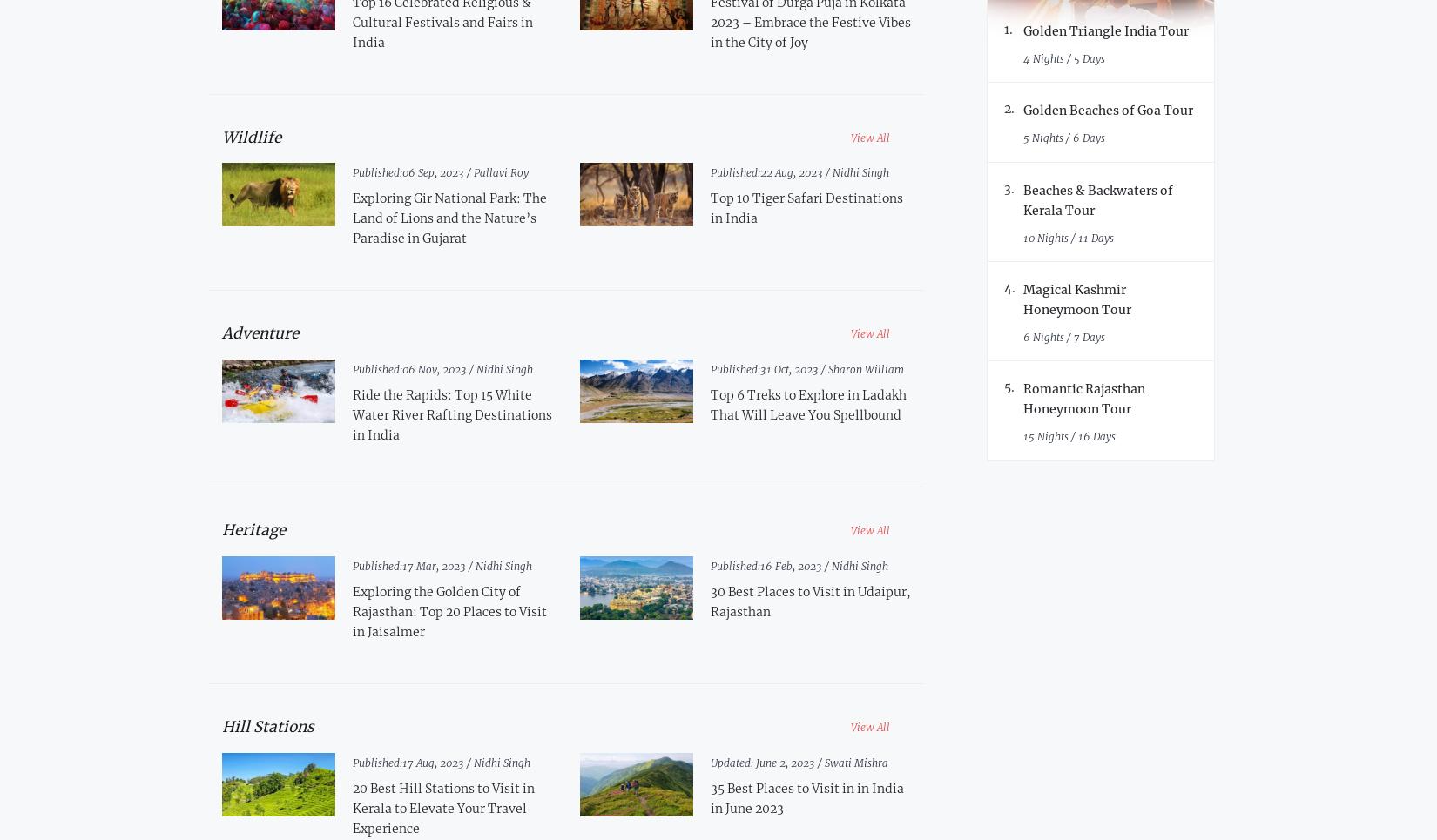 This screenshot has height=840, width=1437. What do you see at coordinates (268, 724) in the screenshot?
I see `'Hill Stations'` at bounding box center [268, 724].